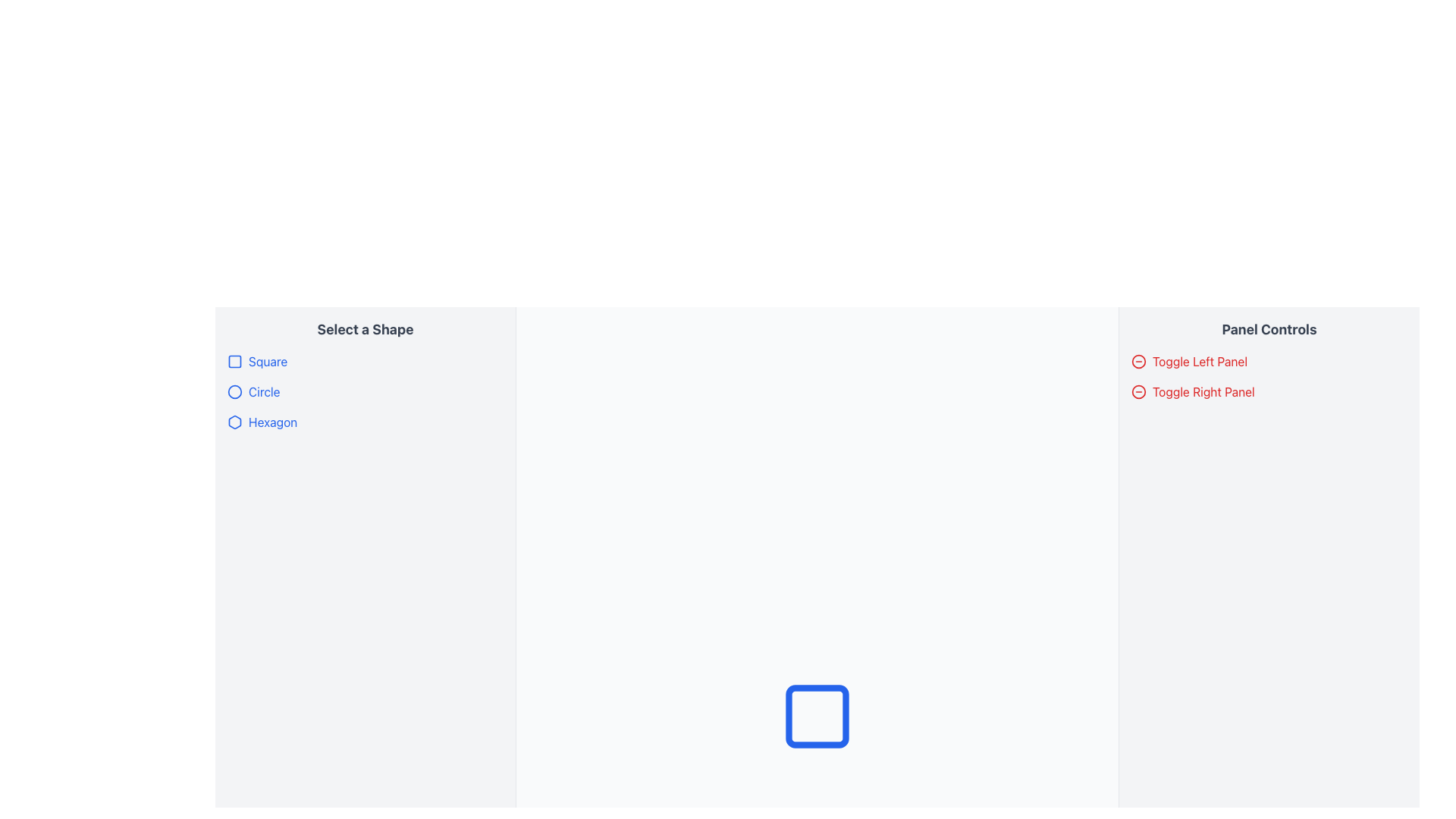 This screenshot has height=819, width=1456. I want to click on the Text Label that introduces the list of shape options, located at the top of the left-side panel, so click(365, 329).